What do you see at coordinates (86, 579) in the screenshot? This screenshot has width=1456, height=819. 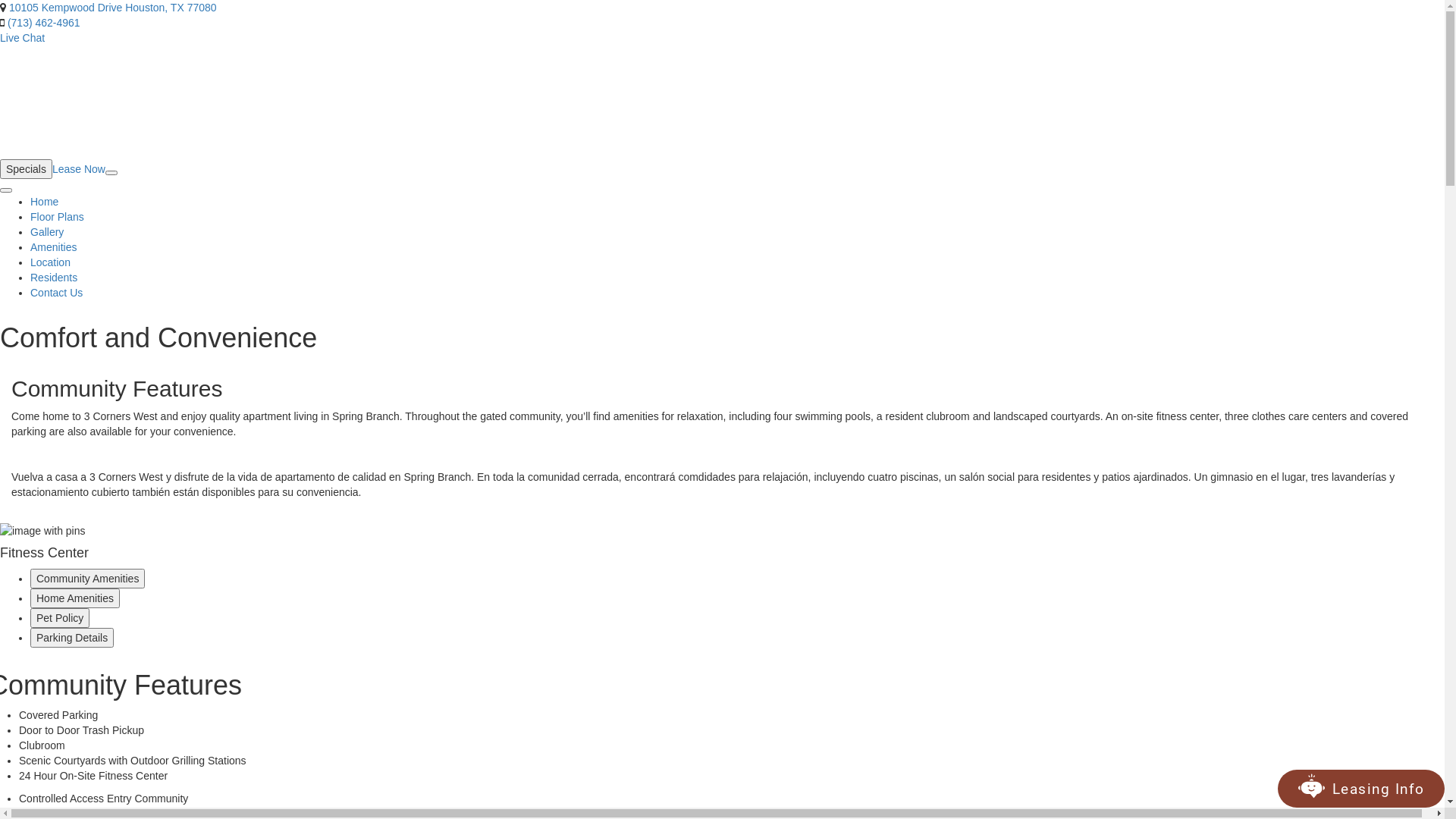 I see `'Community Amenities'` at bounding box center [86, 579].